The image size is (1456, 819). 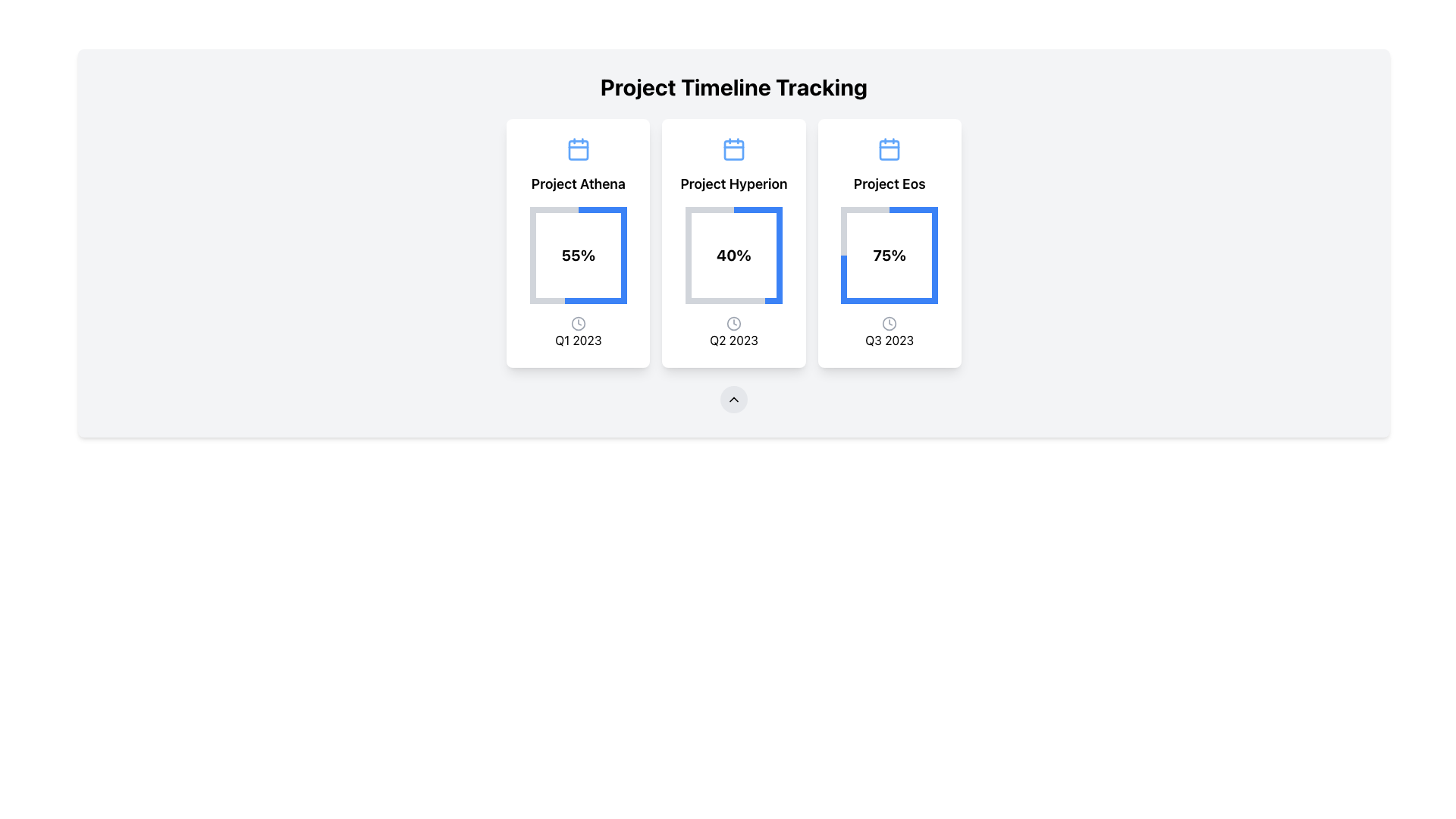 What do you see at coordinates (734, 184) in the screenshot?
I see `the Text Label that identifies the project represented in the second card, positioned below the calendar icon and above the '40%' text in the 'Q2 2023' card` at bounding box center [734, 184].